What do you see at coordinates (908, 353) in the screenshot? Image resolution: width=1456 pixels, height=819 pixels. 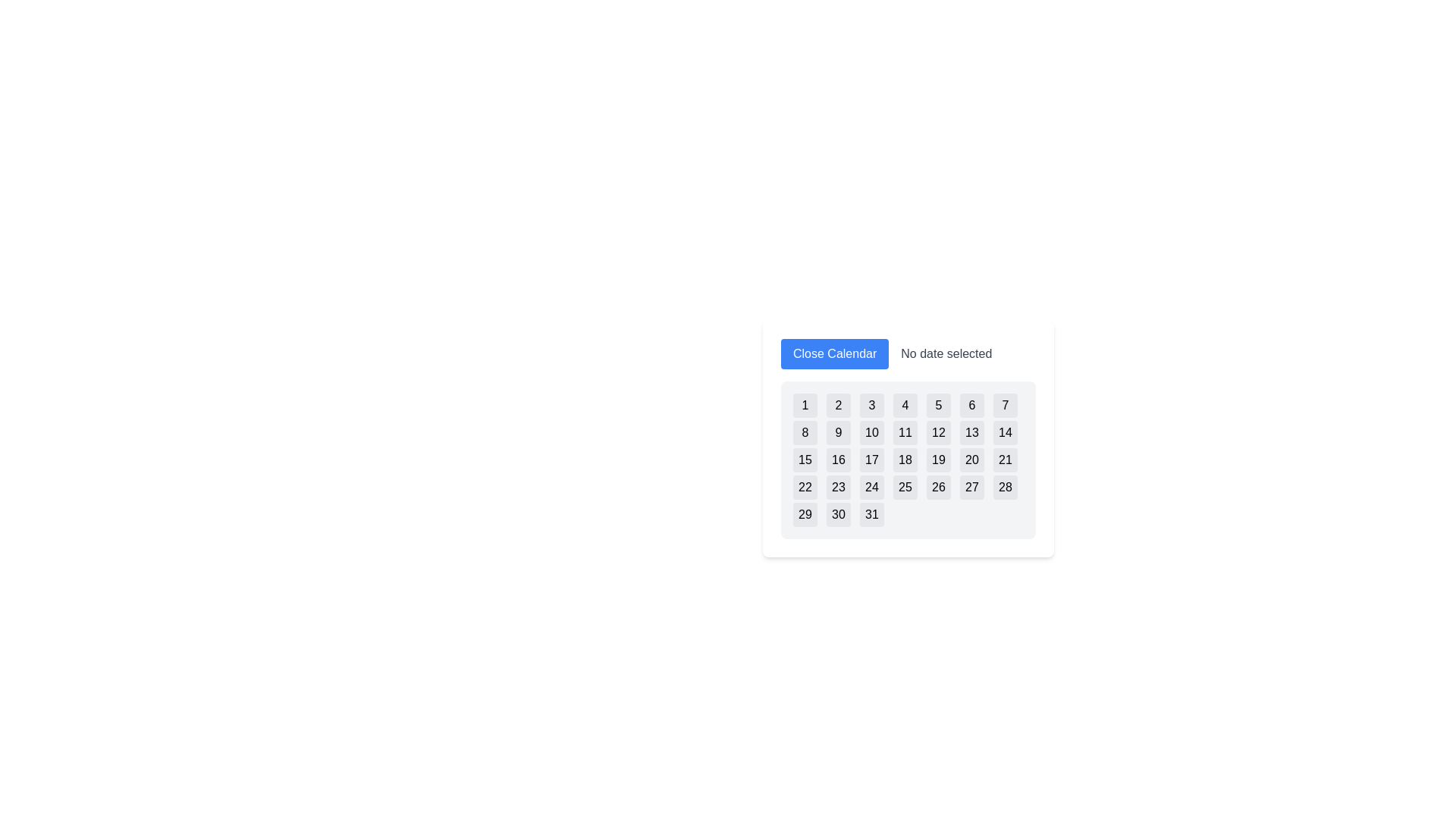 I see `the informational label indicating that no date has been selected in the calendar, positioned to the right of the 'Close Calendar' button in the calendar component's header section` at bounding box center [908, 353].